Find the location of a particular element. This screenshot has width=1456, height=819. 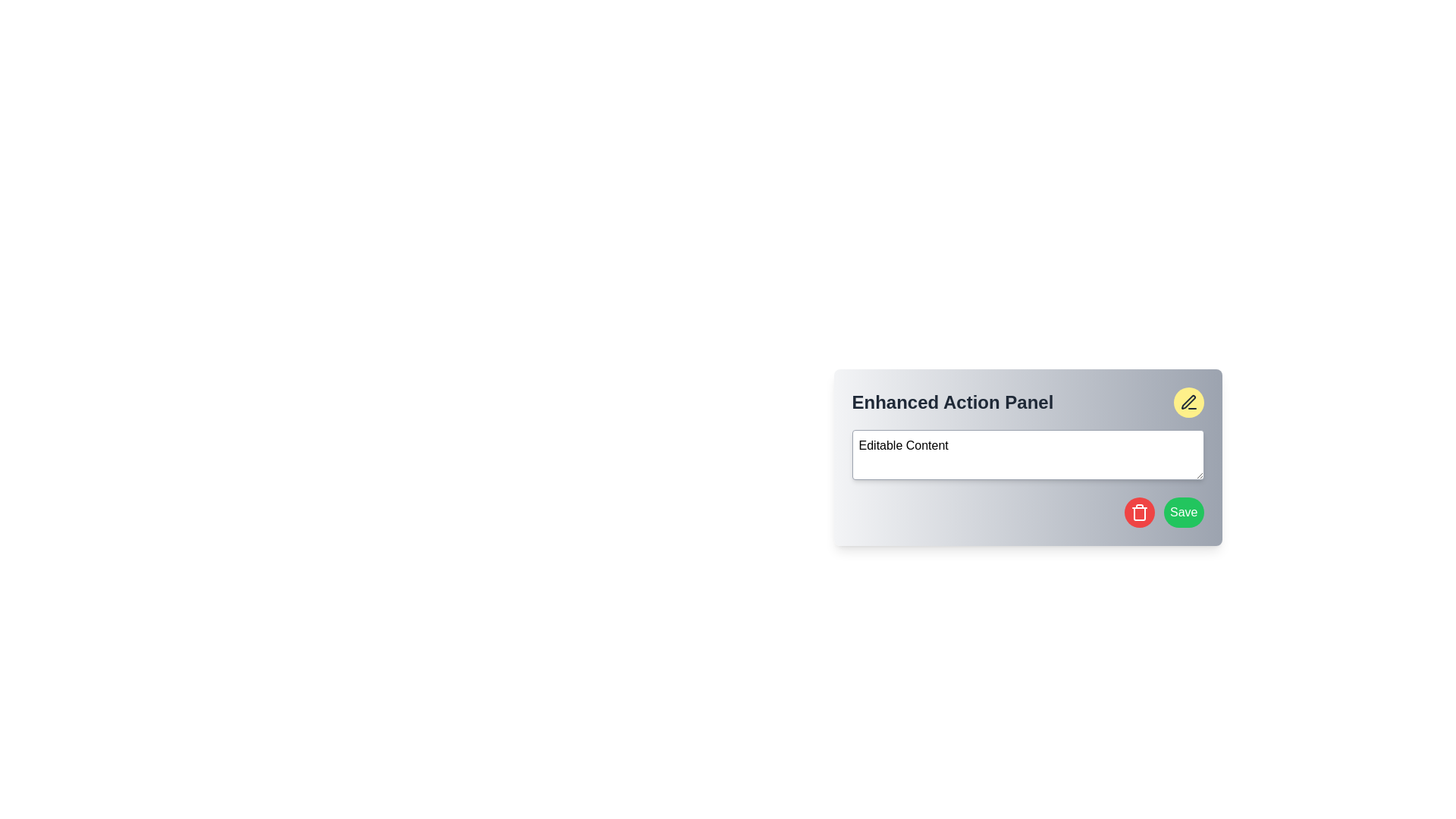

the trash icon, which is a red circular button located at the bottom-right corner of the Enhanced Action Panel, to initiate a delete action is located at coordinates (1139, 512).